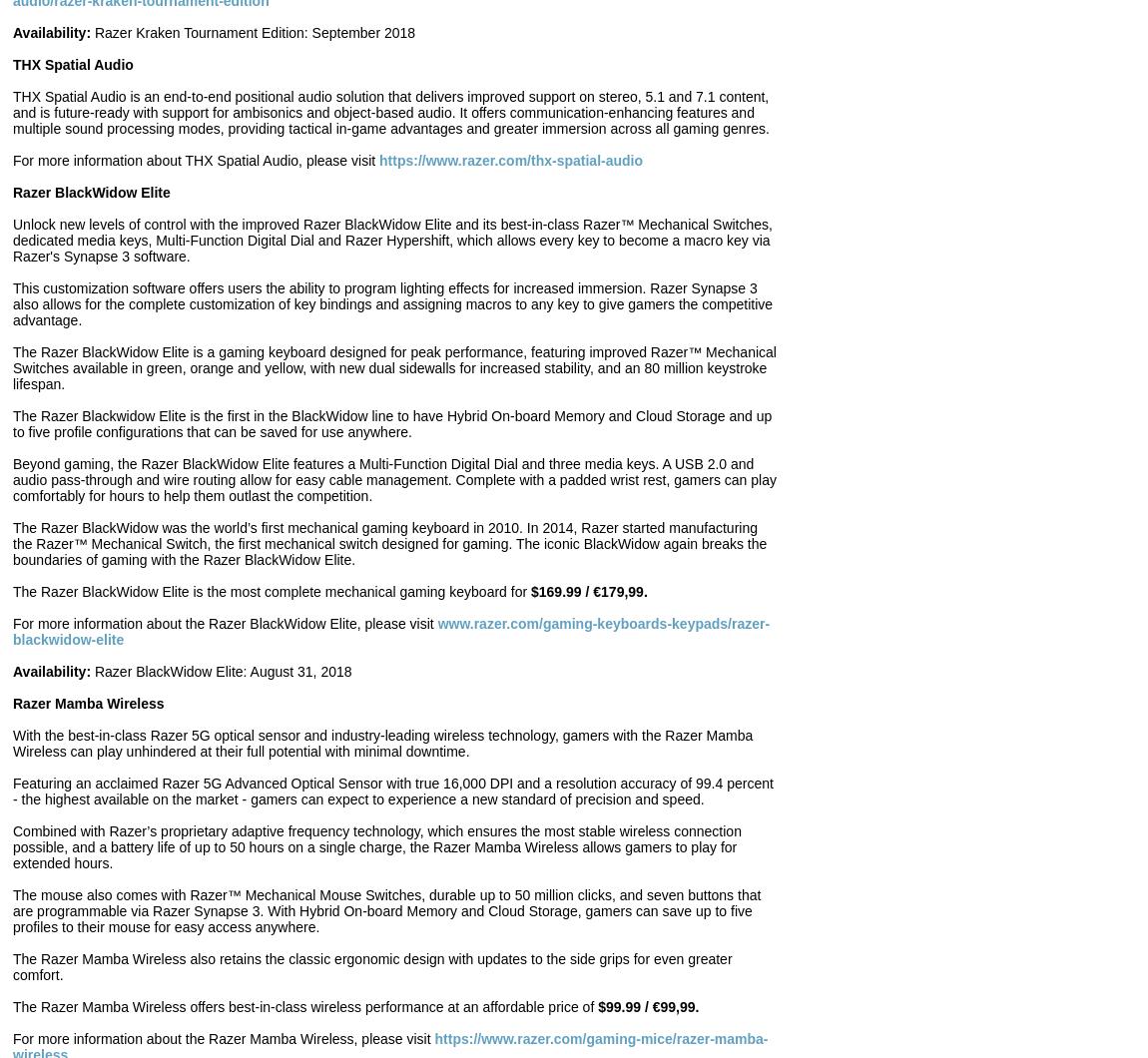  What do you see at coordinates (72, 64) in the screenshot?
I see `'THX Spatial Audio'` at bounding box center [72, 64].